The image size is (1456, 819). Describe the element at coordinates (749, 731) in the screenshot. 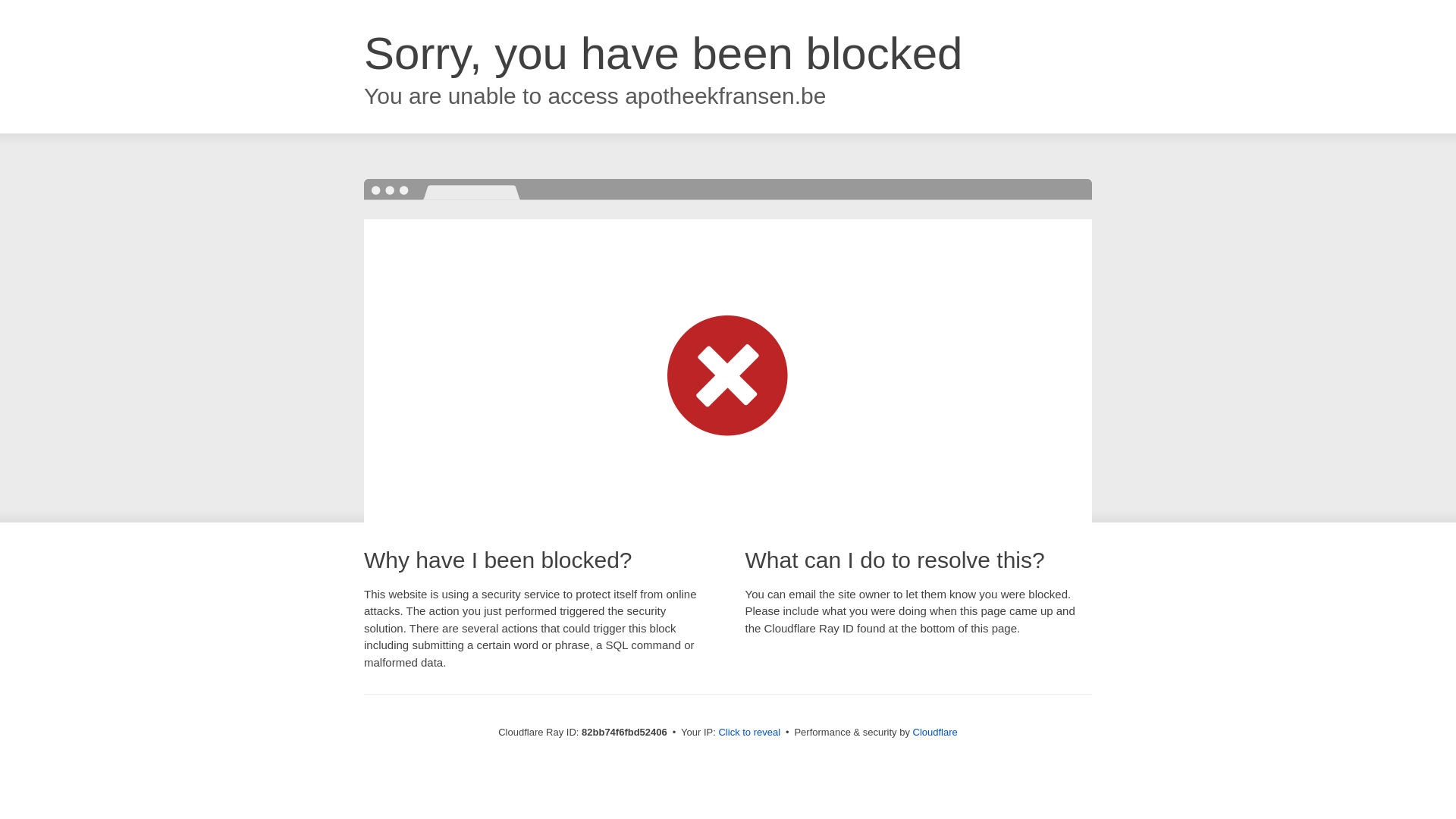

I see `'Click to reveal'` at that location.